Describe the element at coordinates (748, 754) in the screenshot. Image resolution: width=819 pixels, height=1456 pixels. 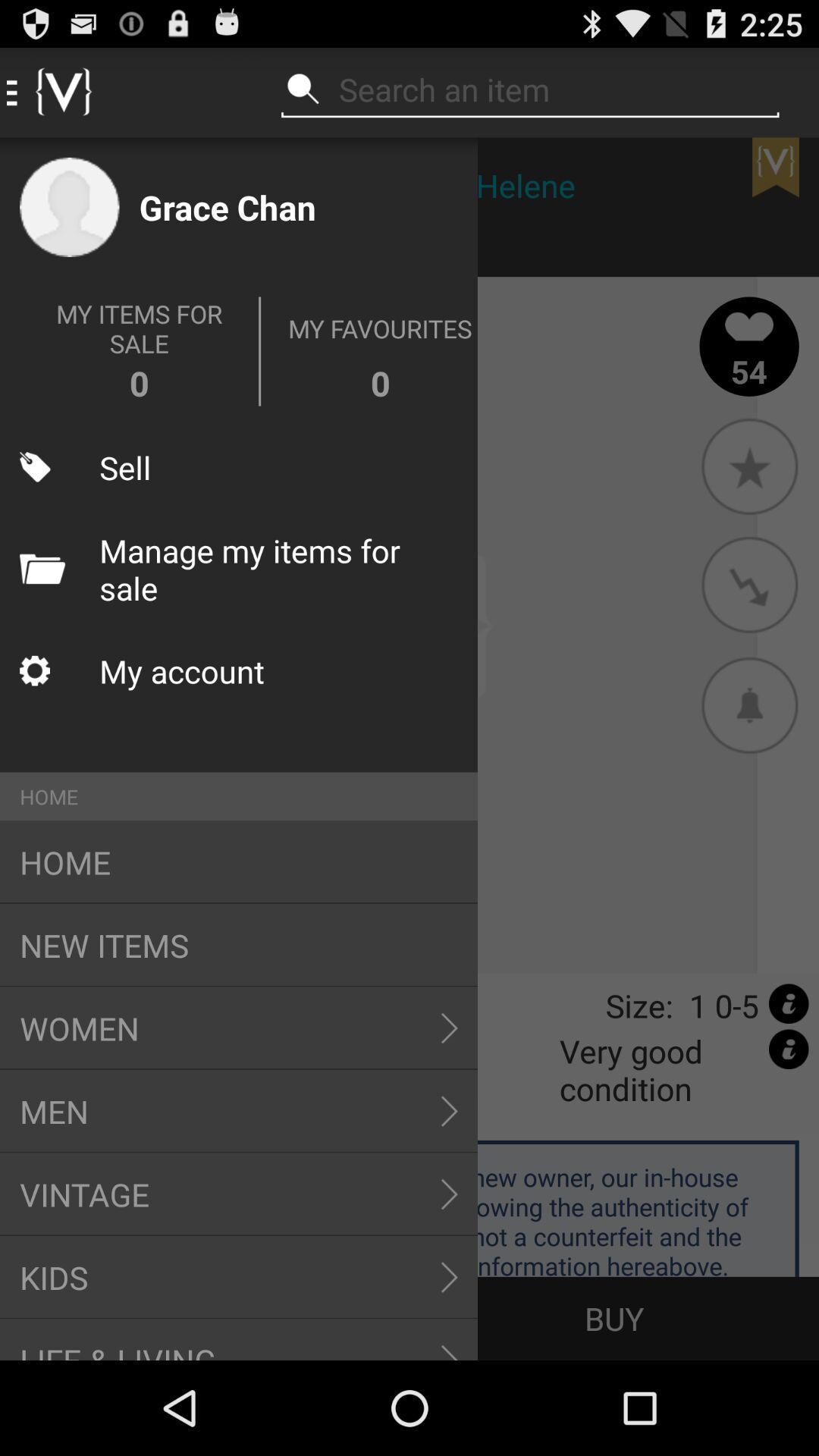
I see `the notifications icon` at that location.